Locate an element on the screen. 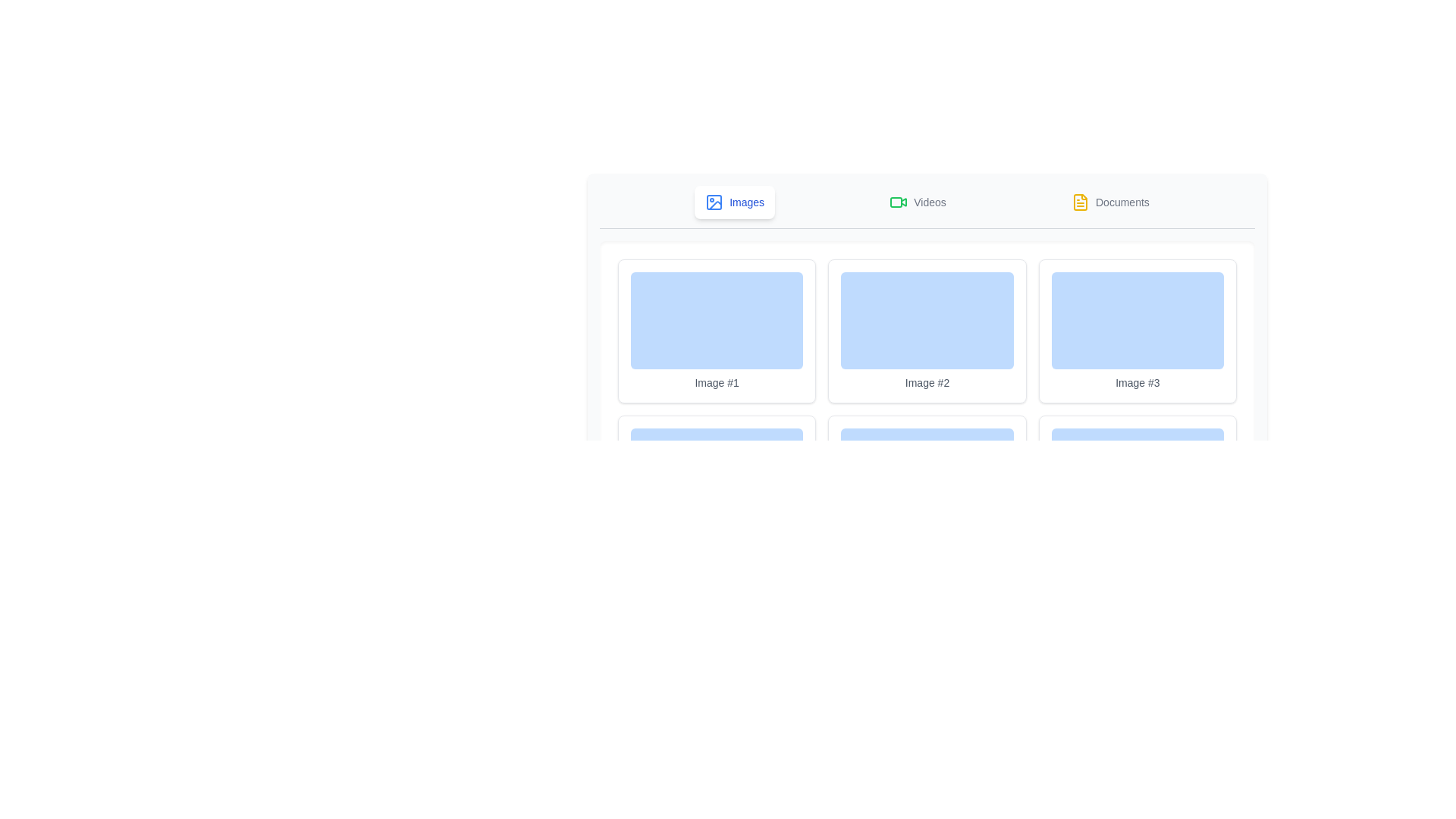  the 'Documents' icon located to the left of the 'Documents' text is located at coordinates (1080, 201).